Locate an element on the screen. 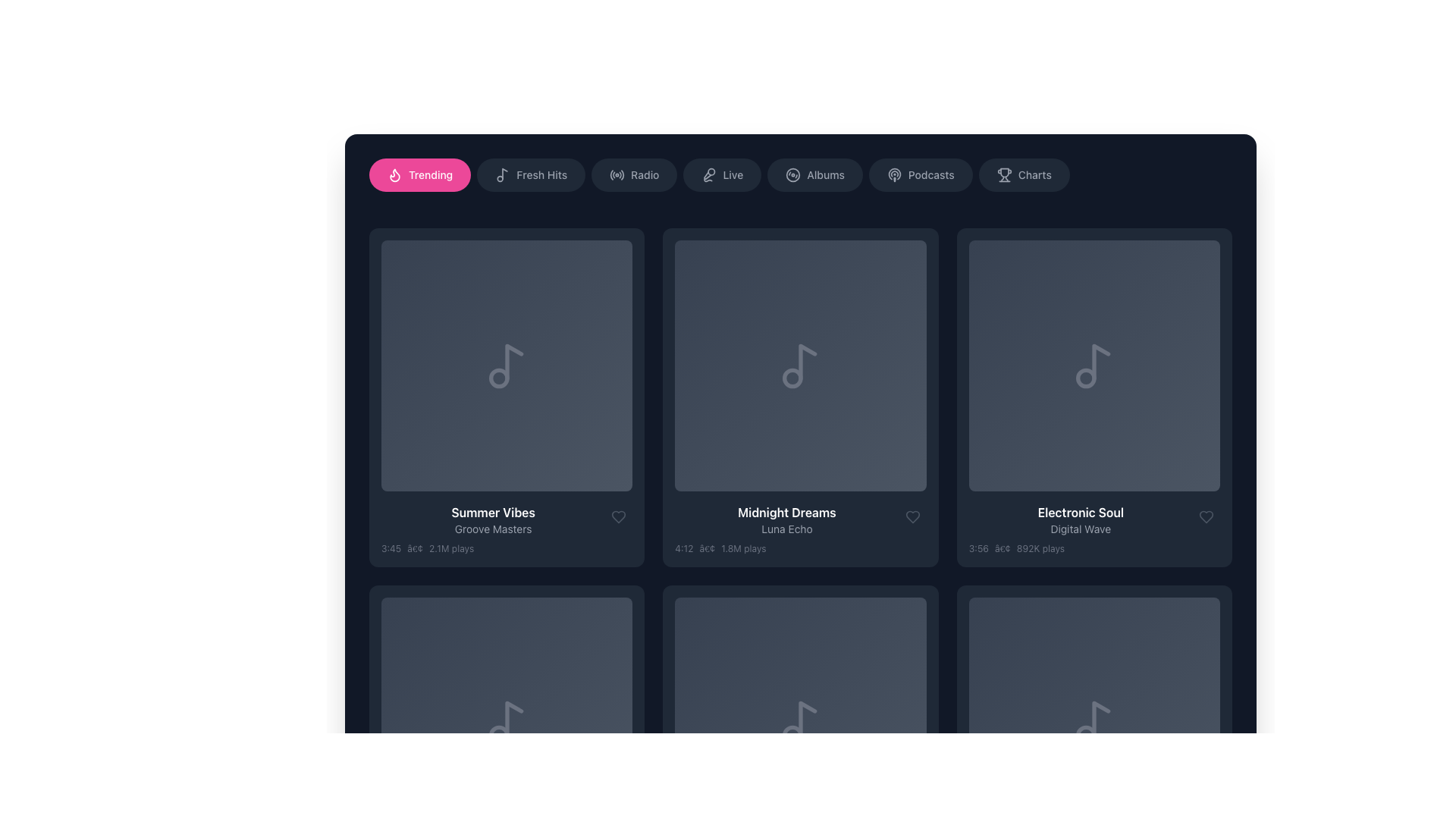 Image resolution: width=1456 pixels, height=819 pixels. the music note icon, which features a circular note head and a vertical stem with a flag, located centrally in the second column of the top row in a grid layout is located at coordinates (800, 366).